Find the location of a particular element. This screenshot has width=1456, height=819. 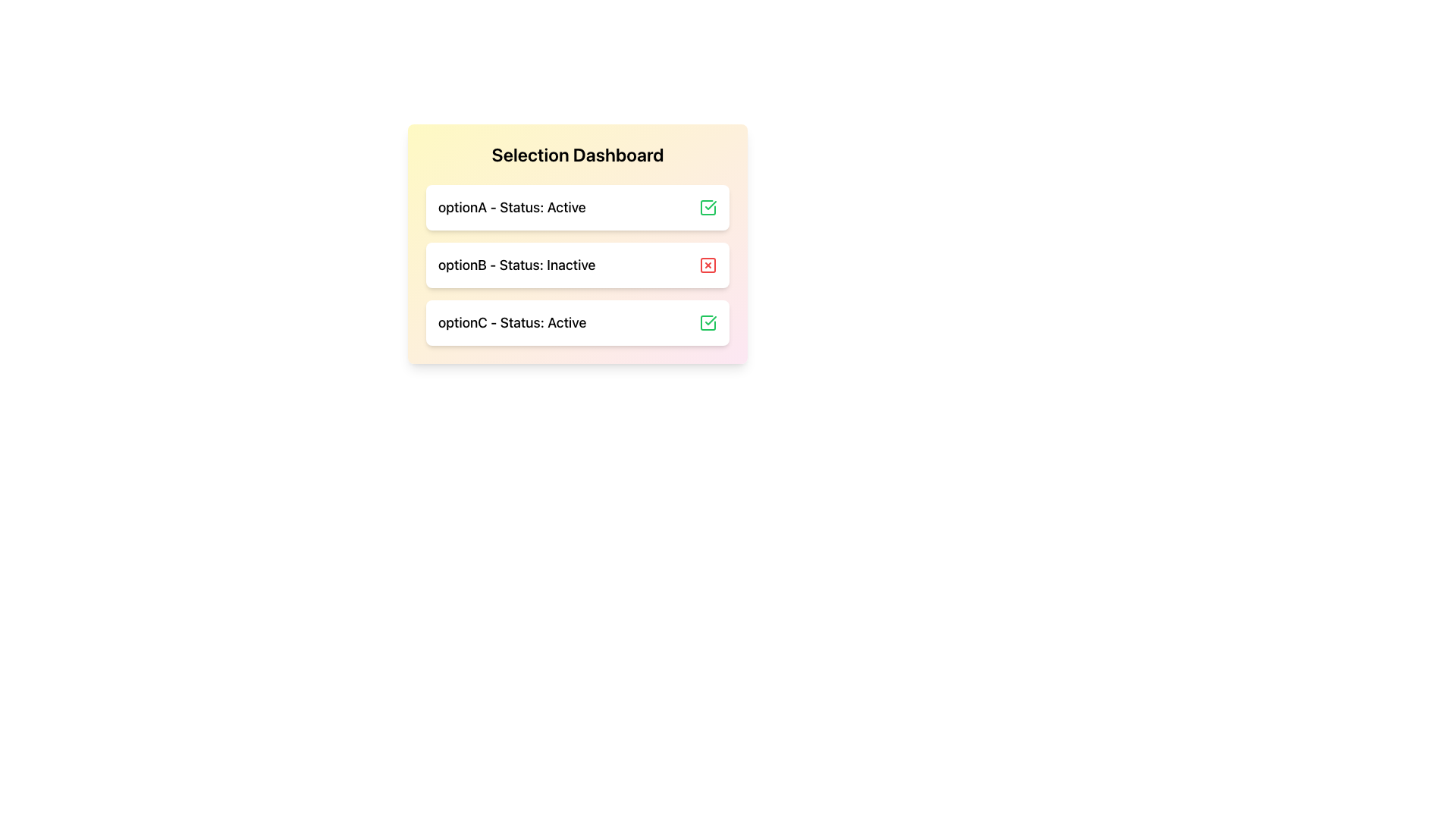

the third item in the vertically arranged list under 'Selection Dashboard' that is marked as 'Active' is located at coordinates (577, 322).